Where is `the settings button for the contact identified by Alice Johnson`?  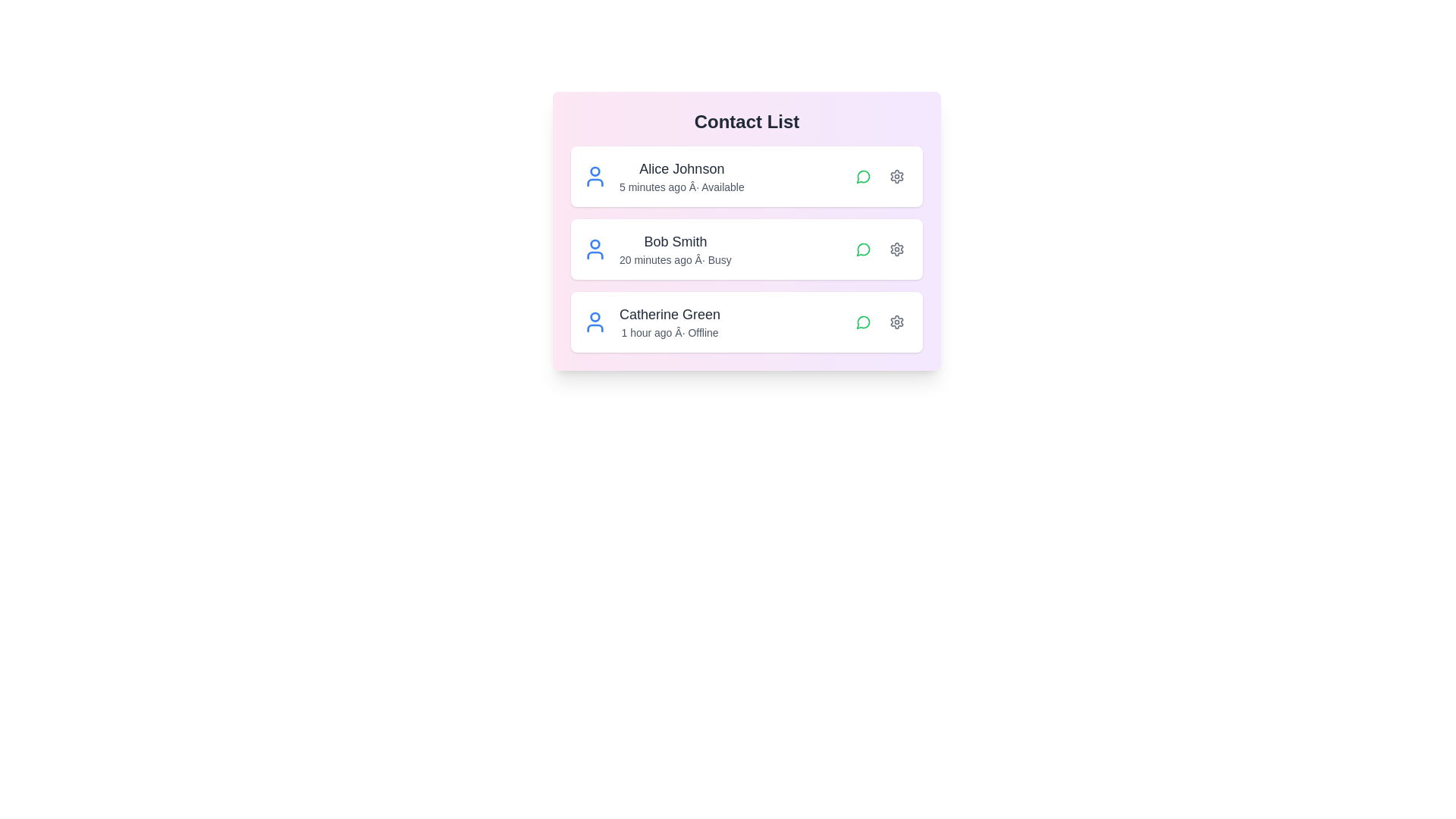 the settings button for the contact identified by Alice Johnson is located at coordinates (896, 175).